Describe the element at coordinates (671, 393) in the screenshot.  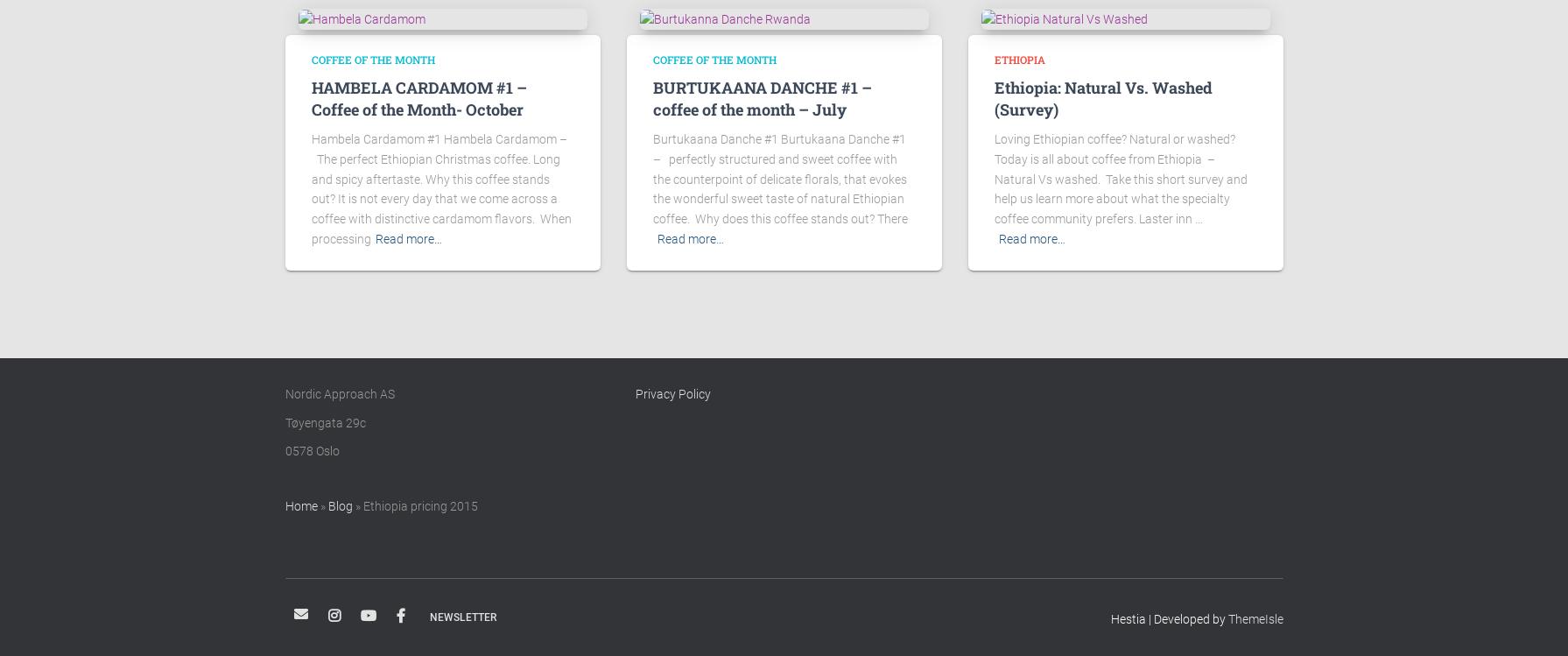
I see `'Privacy Policy'` at that location.